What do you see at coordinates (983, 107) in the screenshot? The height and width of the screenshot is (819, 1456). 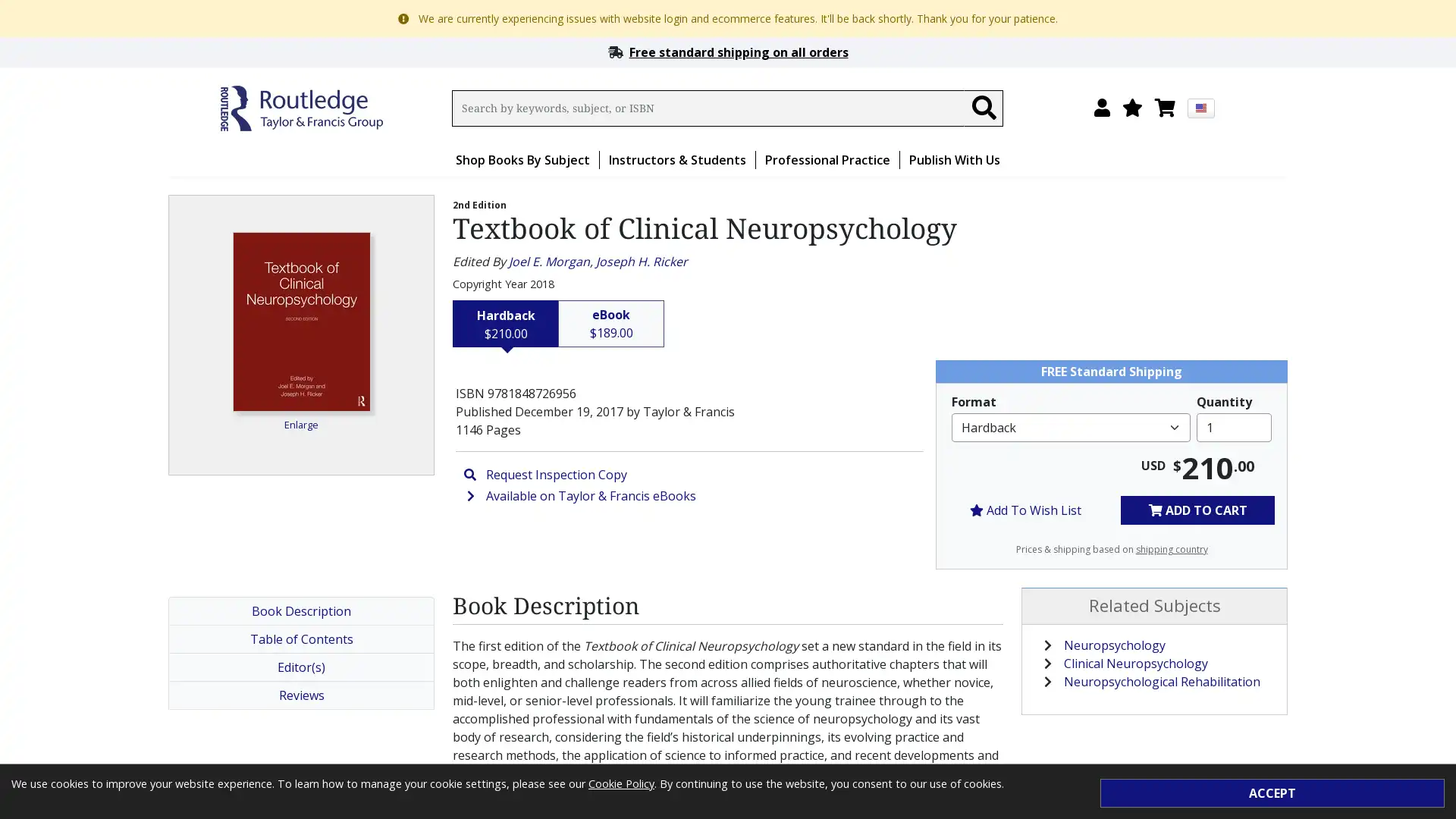 I see `Search` at bounding box center [983, 107].